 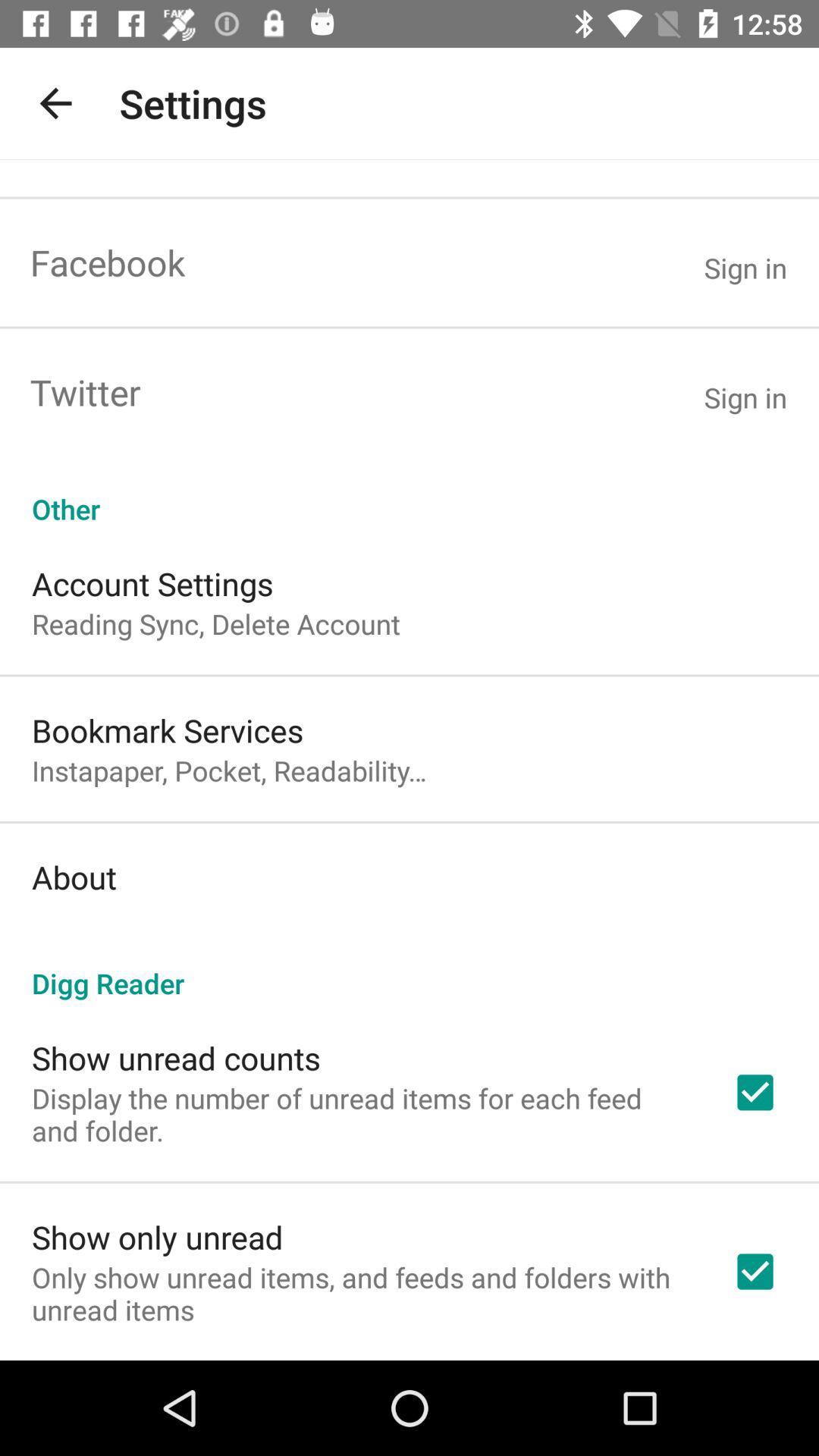 What do you see at coordinates (168, 730) in the screenshot?
I see `bookmark services icon` at bounding box center [168, 730].